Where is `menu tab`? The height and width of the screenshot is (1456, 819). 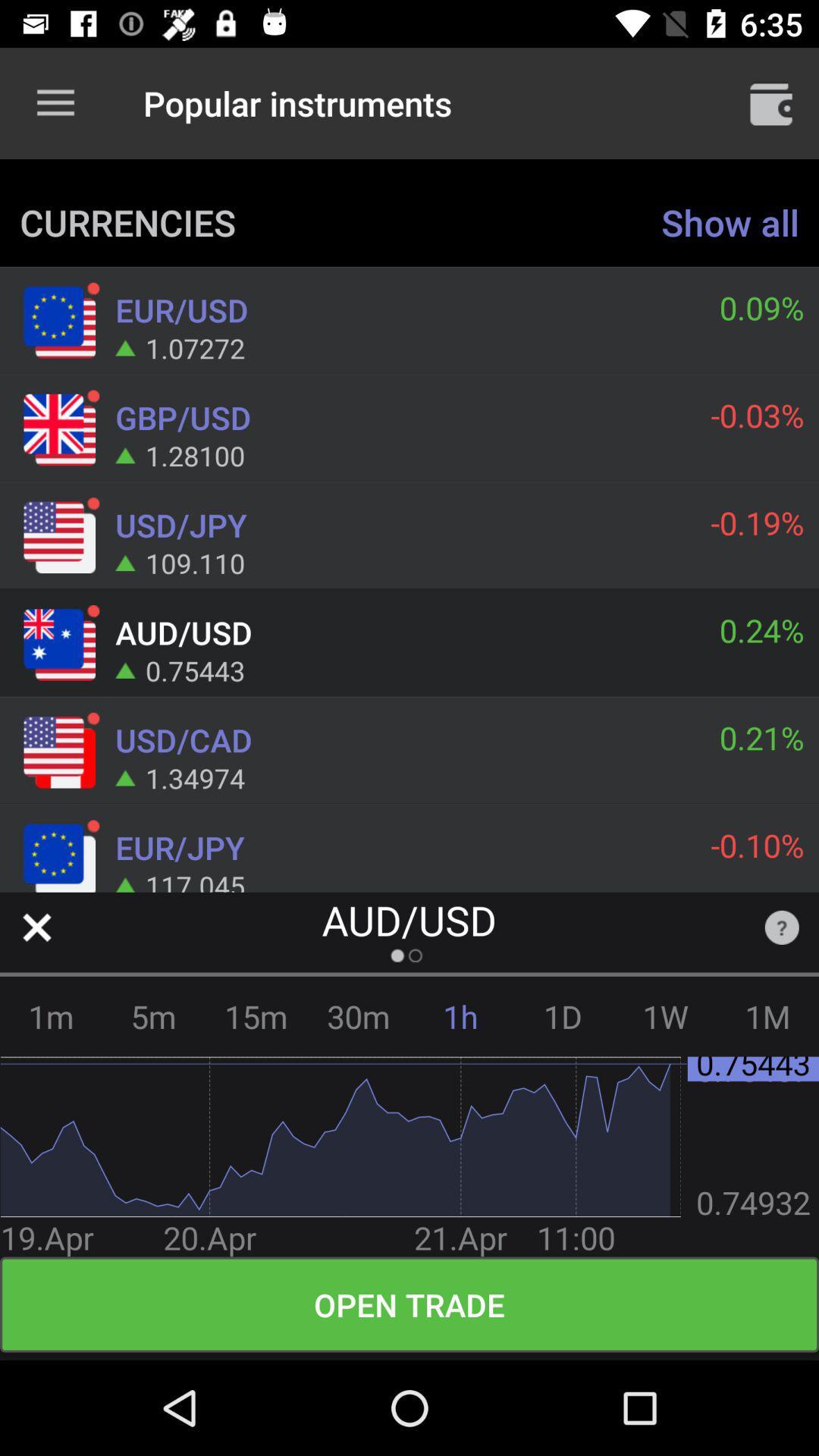
menu tab is located at coordinates (771, 102).